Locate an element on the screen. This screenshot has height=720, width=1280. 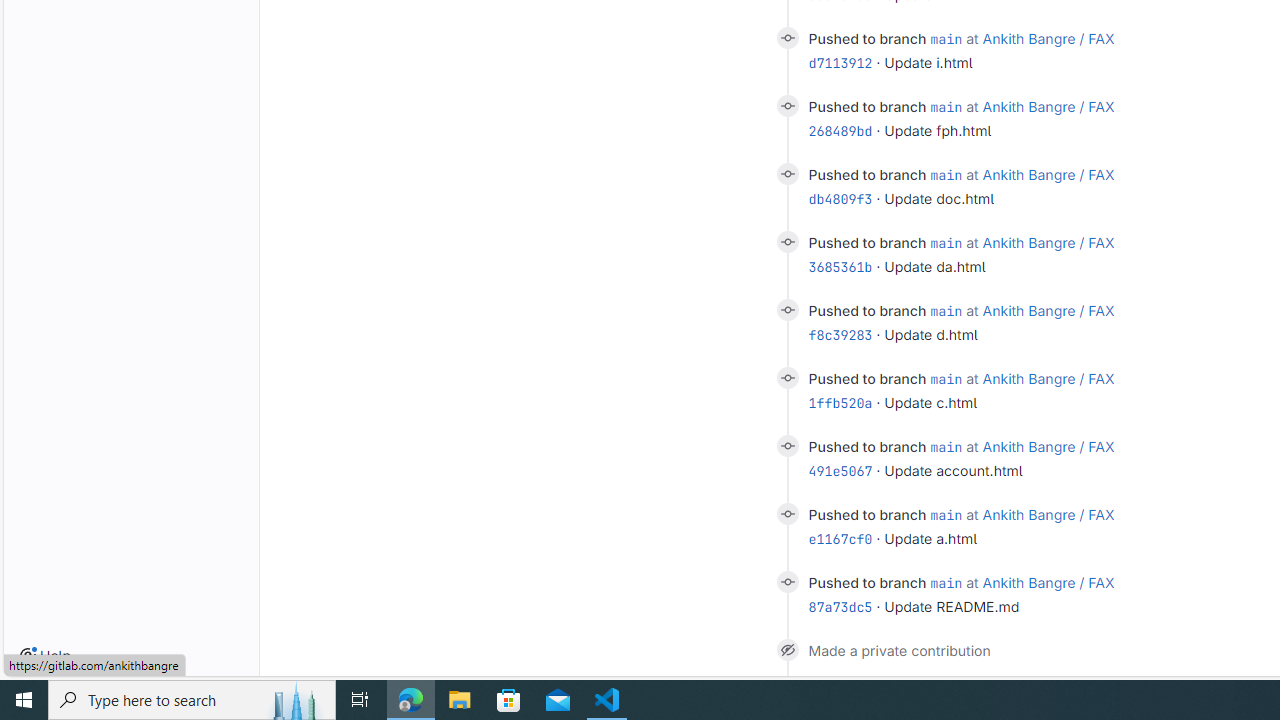
'd7113912' is located at coordinates (840, 61).